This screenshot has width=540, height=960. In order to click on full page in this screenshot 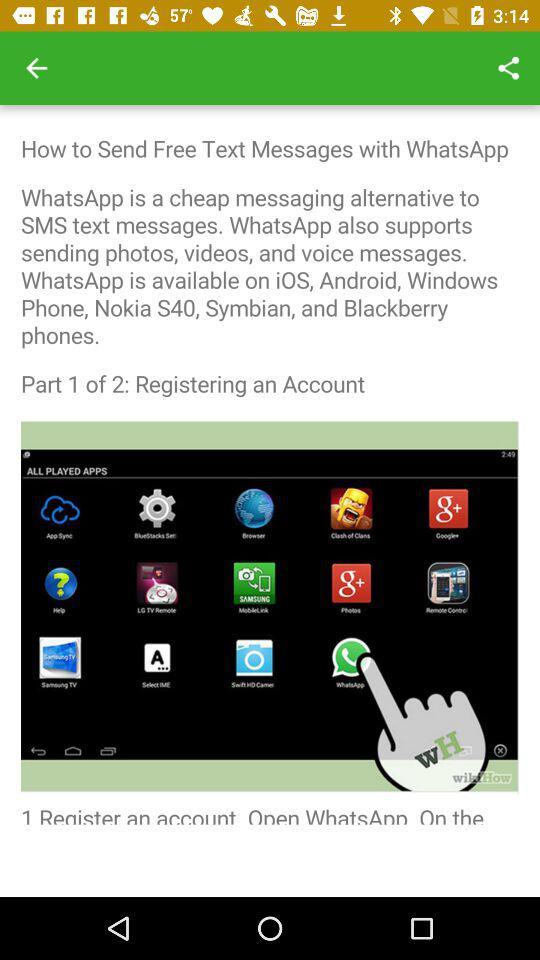, I will do `click(270, 464)`.